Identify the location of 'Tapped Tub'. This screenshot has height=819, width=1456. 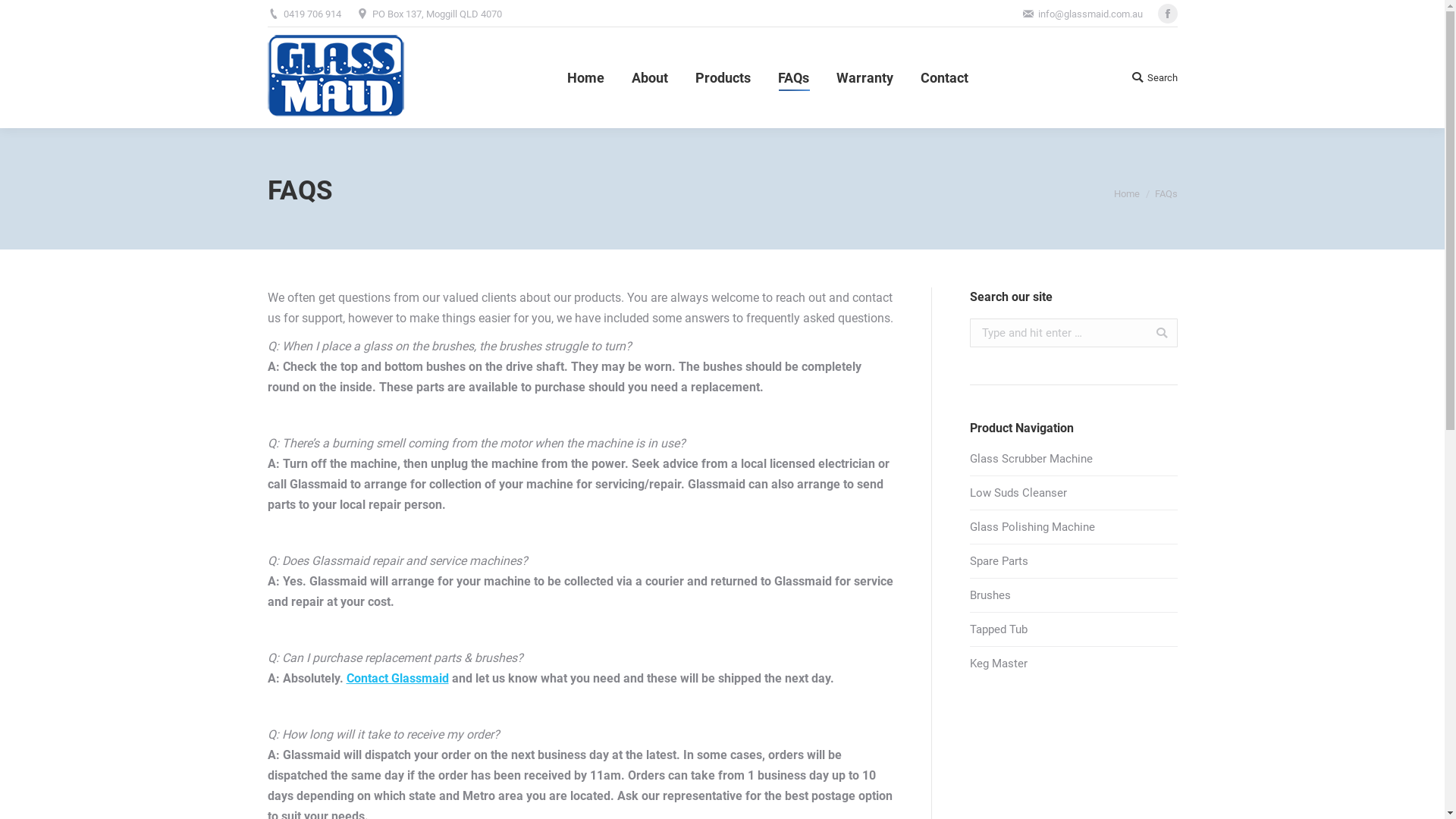
(997, 629).